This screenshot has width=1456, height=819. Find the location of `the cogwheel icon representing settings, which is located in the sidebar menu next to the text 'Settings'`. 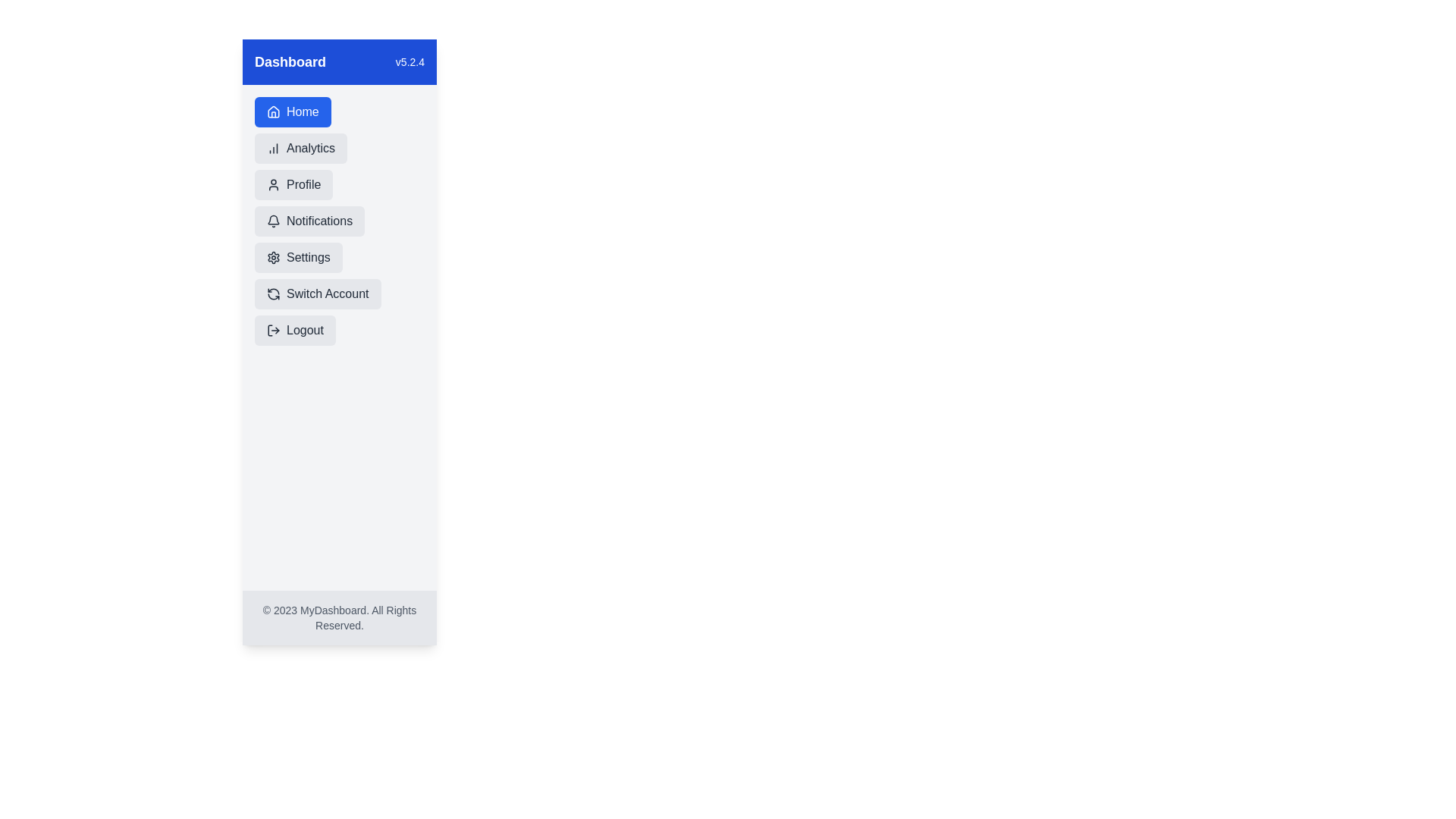

the cogwheel icon representing settings, which is located in the sidebar menu next to the text 'Settings' is located at coordinates (273, 256).